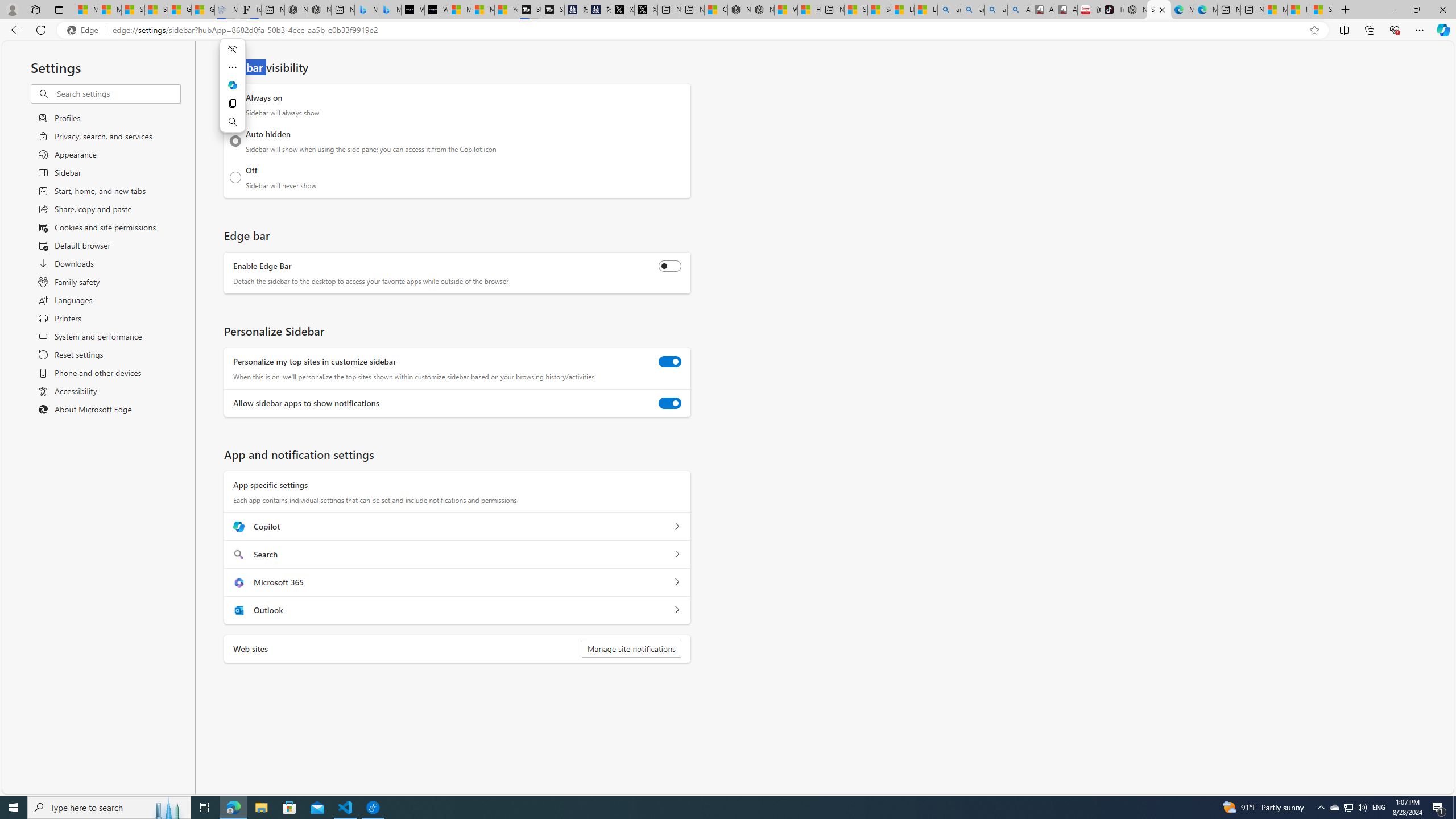  Describe the element at coordinates (669, 266) in the screenshot. I see `'Enable Edge Bar'` at that location.